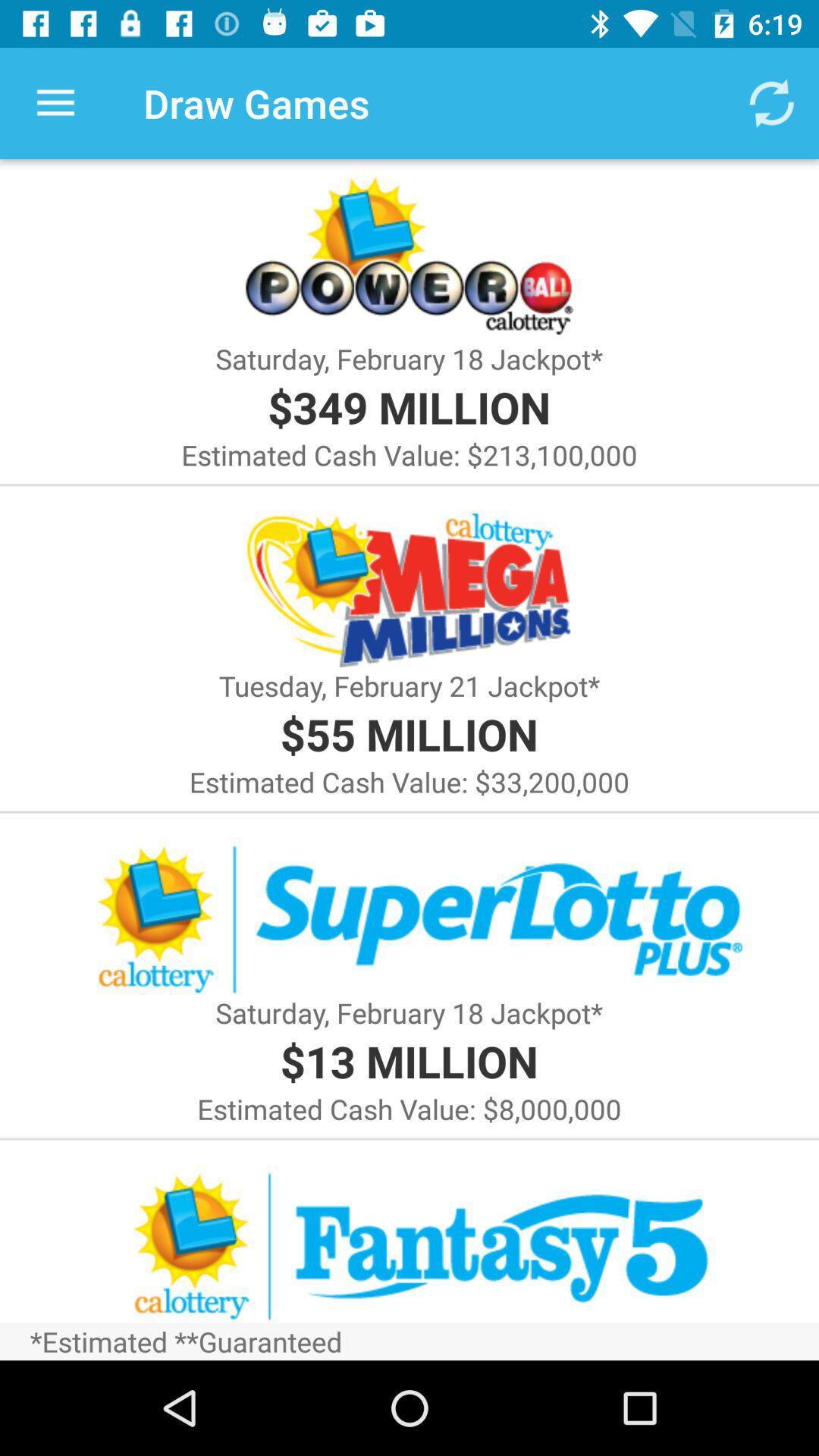  What do you see at coordinates (55, 102) in the screenshot?
I see `icon to the left of the draw games icon` at bounding box center [55, 102].